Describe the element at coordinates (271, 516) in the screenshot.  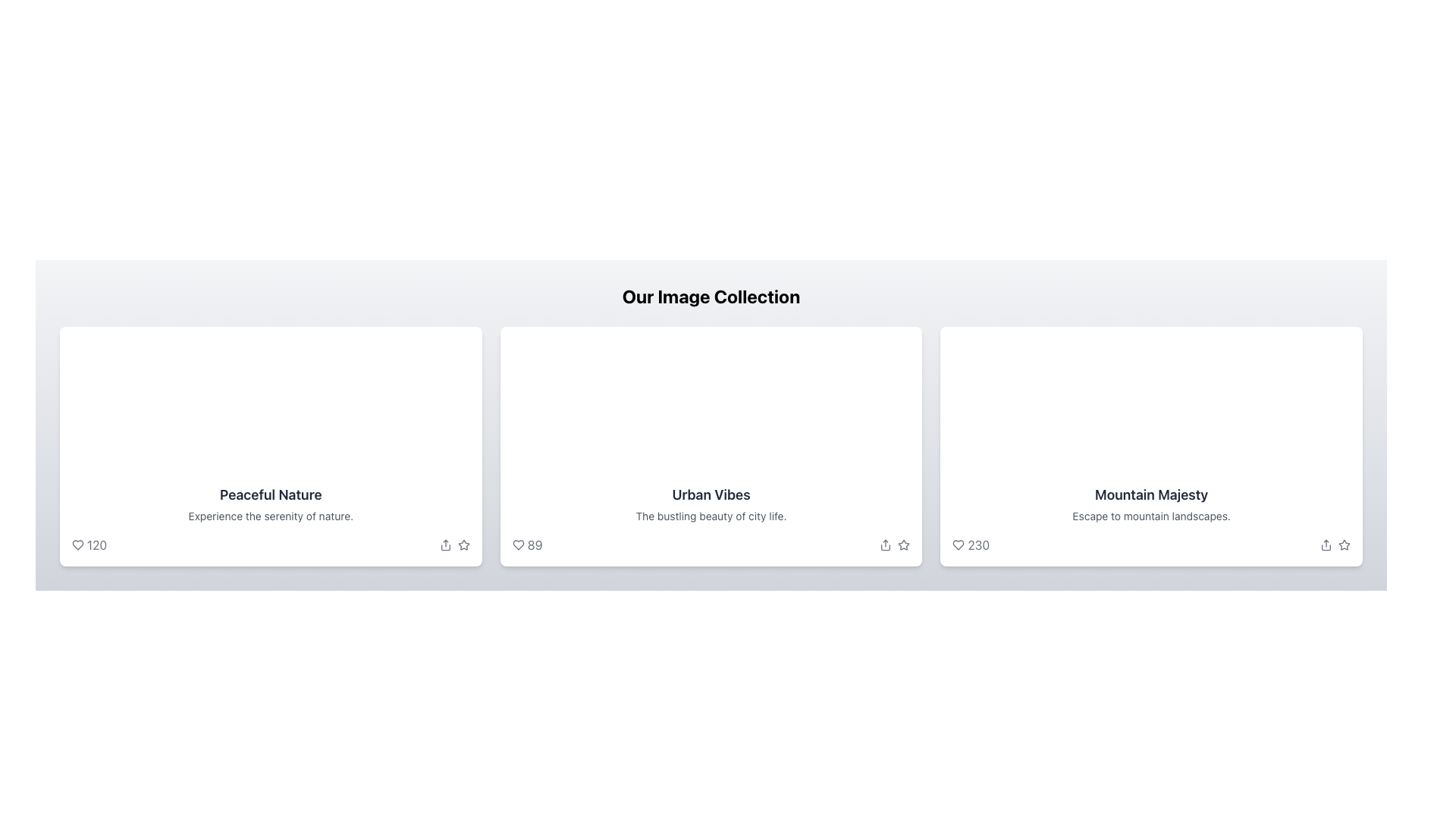
I see `descriptive text element that provides details about the card's content, located below the title 'Peaceful Nature' in the leftmost card of a three-card layout` at that location.